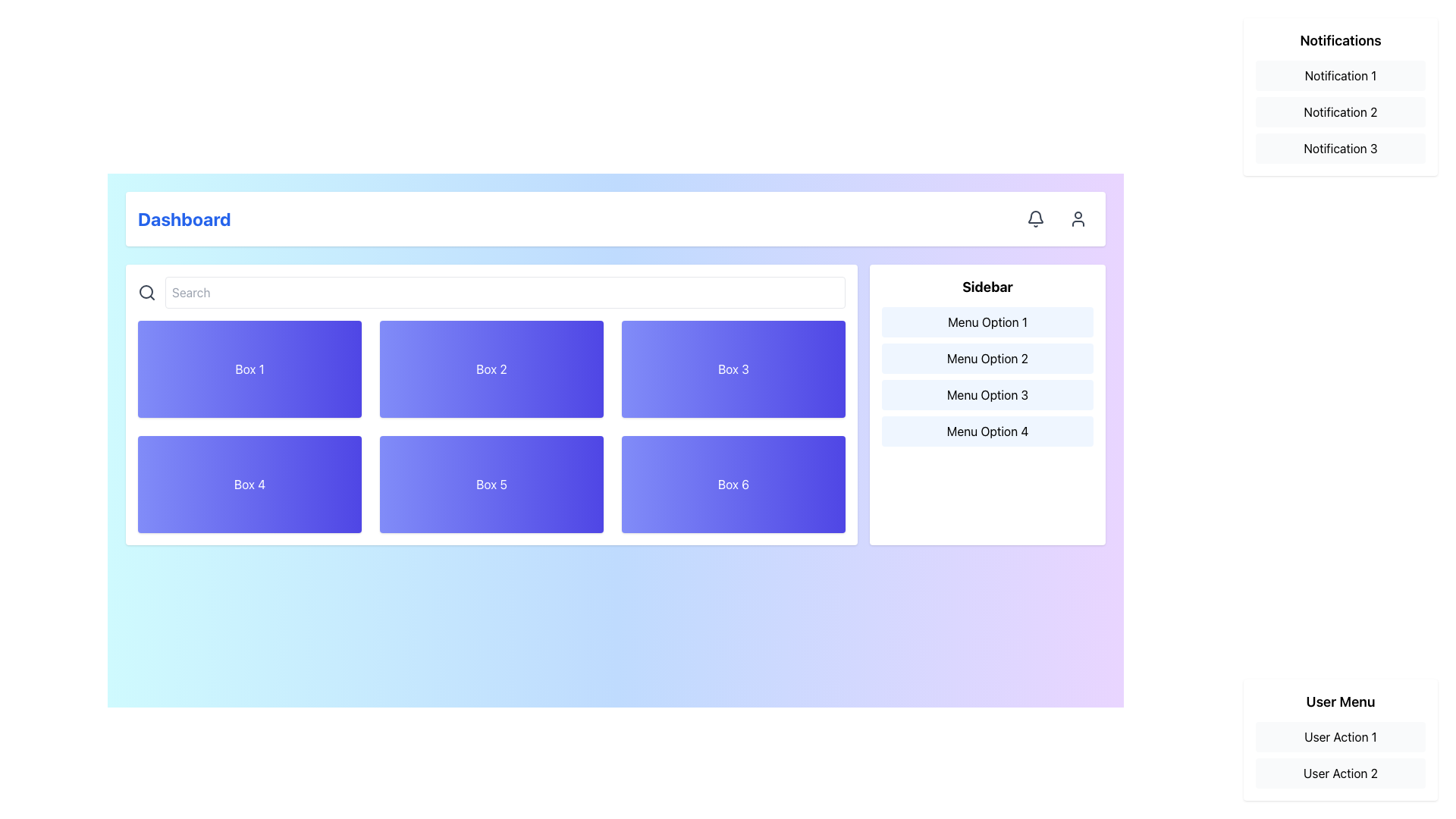  Describe the element at coordinates (1340, 739) in the screenshot. I see `the action buttons in the User Menu located at the bottom-right corner of the interface layout` at that location.